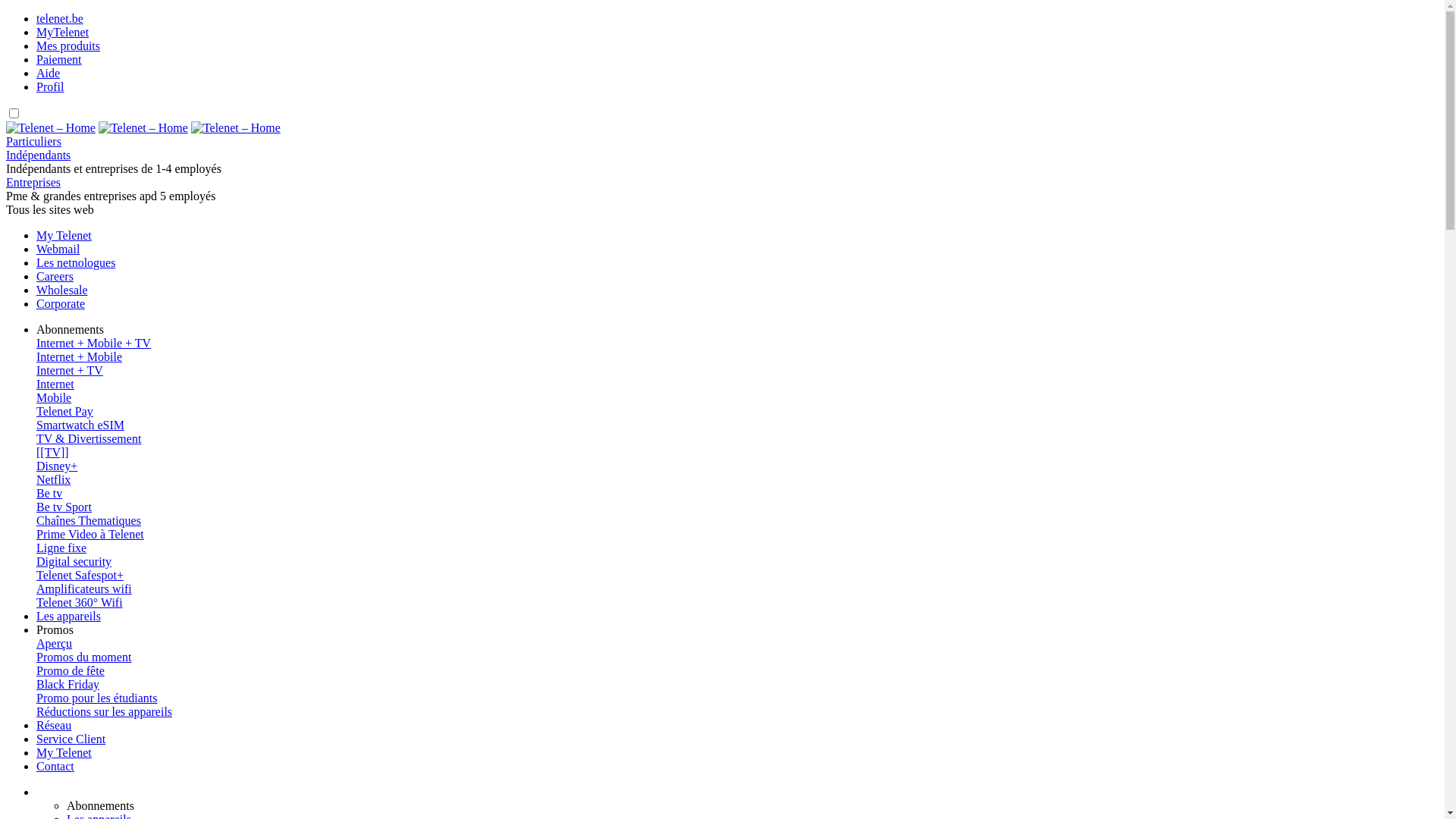  What do you see at coordinates (36, 425) in the screenshot?
I see `'Smartwatch eSIM'` at bounding box center [36, 425].